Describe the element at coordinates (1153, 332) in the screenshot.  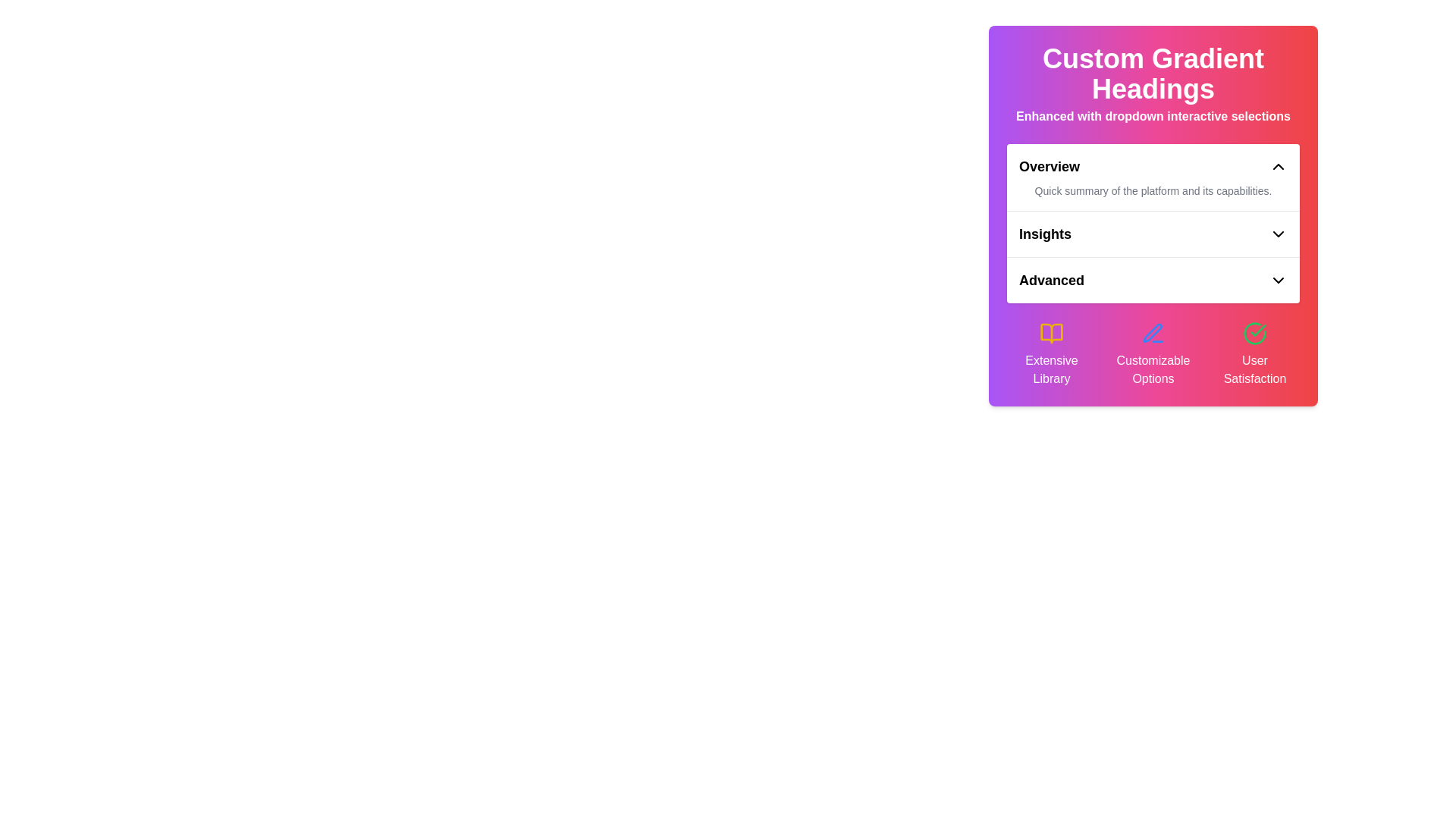
I see `the middle icon, which is a pen-shaped SVG graphic representing a customization option, located centrally within a blue square icon at the bottom-middle of the gradient card interface` at that location.